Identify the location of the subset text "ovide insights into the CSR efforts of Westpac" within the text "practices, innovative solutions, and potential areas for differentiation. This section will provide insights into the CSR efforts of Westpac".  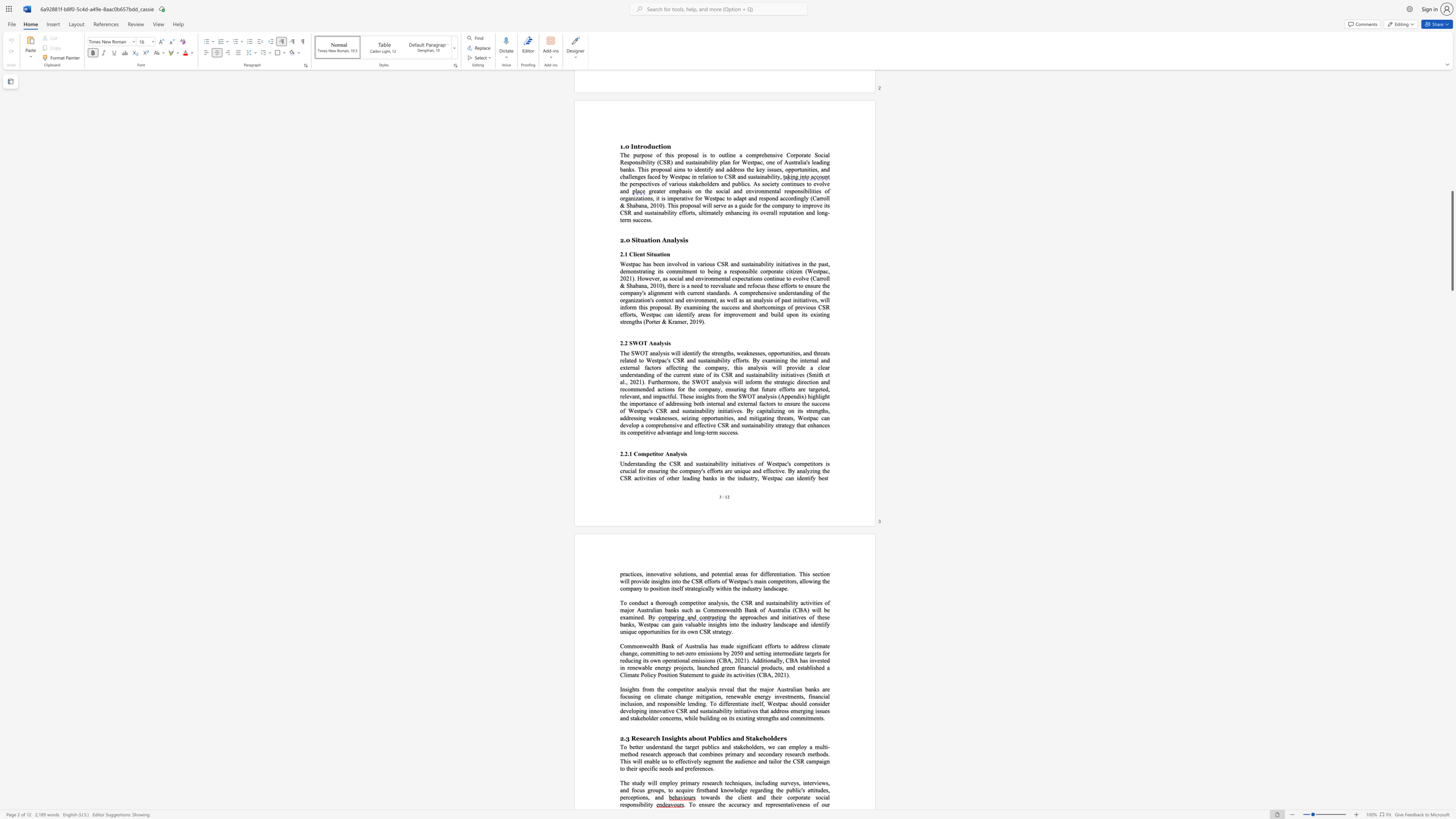
(635, 580).